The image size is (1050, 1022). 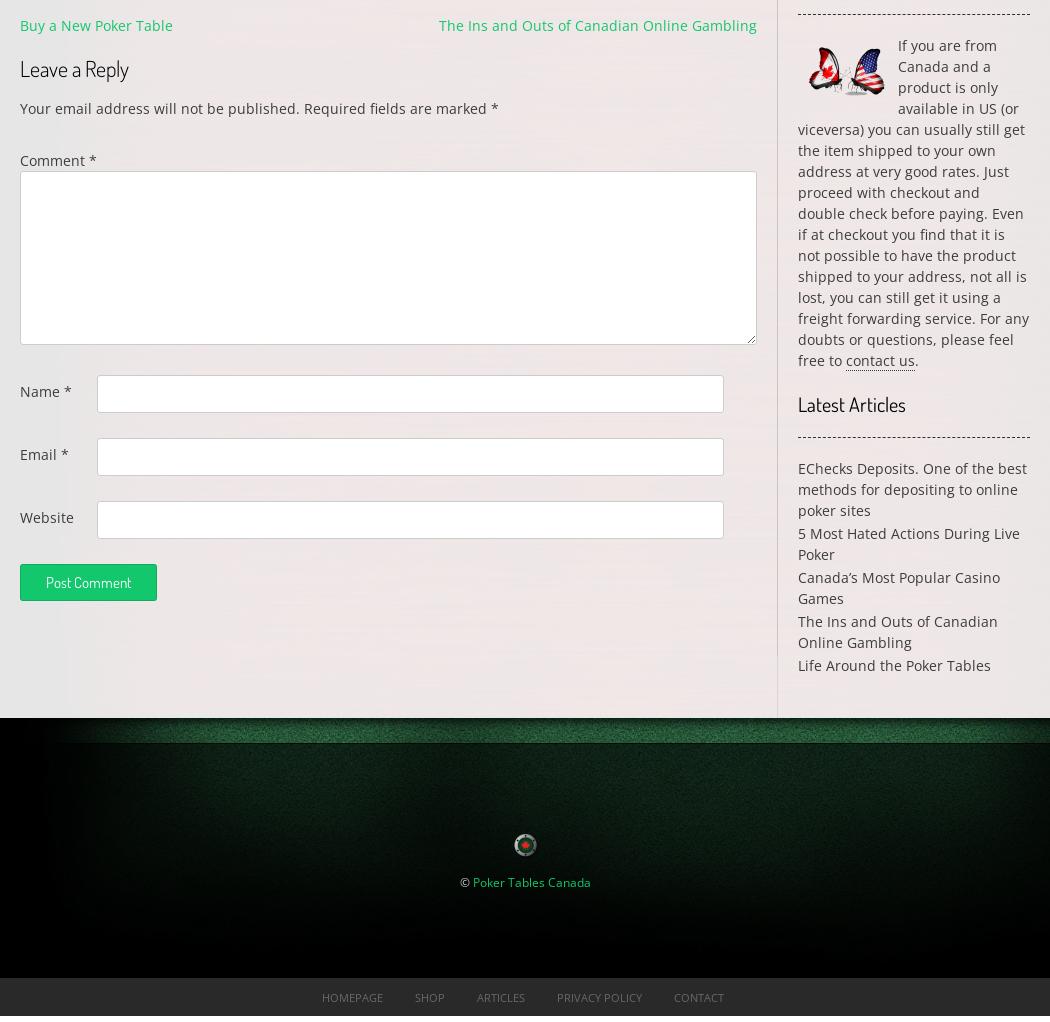 What do you see at coordinates (499, 996) in the screenshot?
I see `'Articles'` at bounding box center [499, 996].